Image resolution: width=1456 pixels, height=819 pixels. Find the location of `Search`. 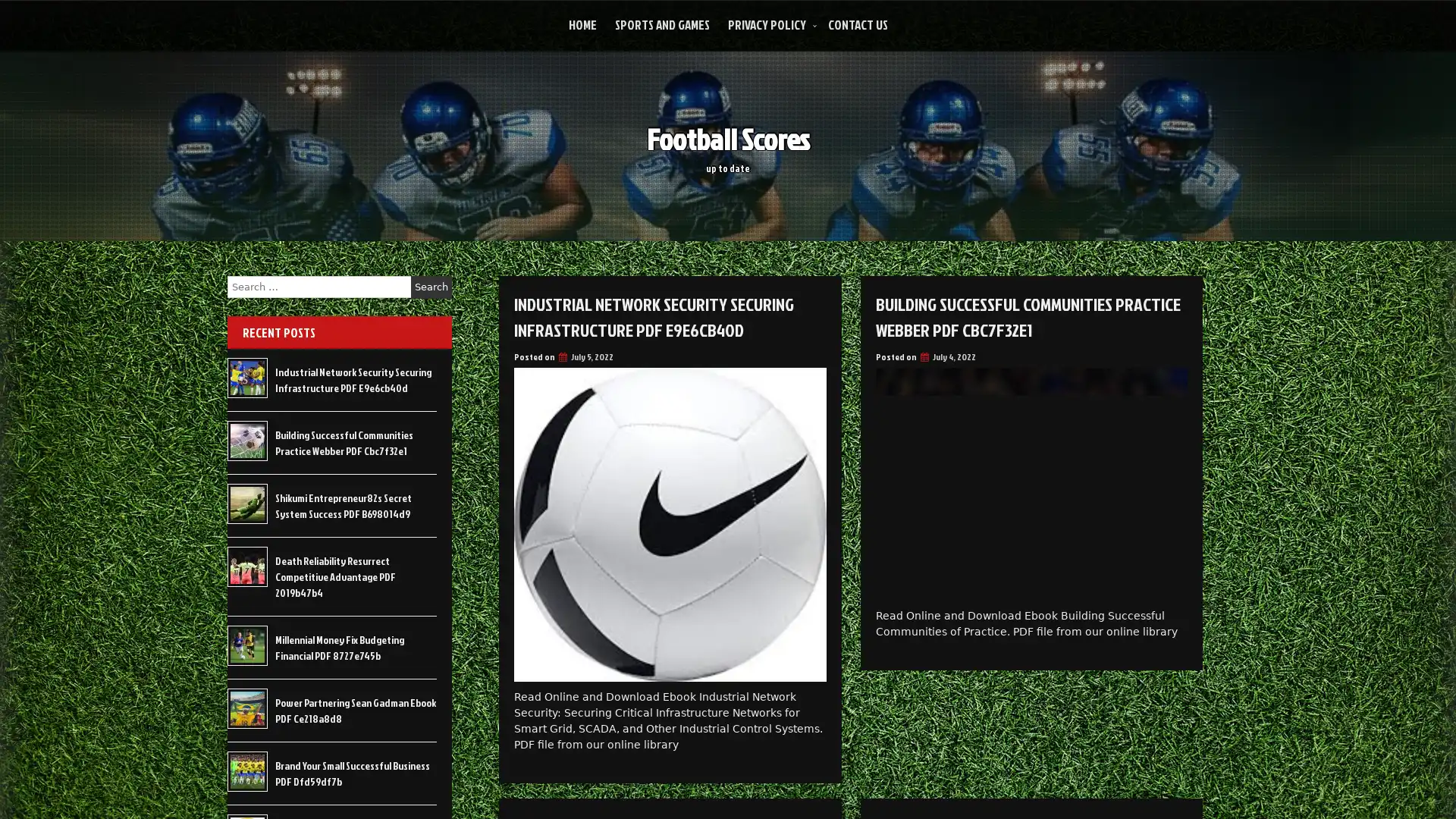

Search is located at coordinates (431, 287).